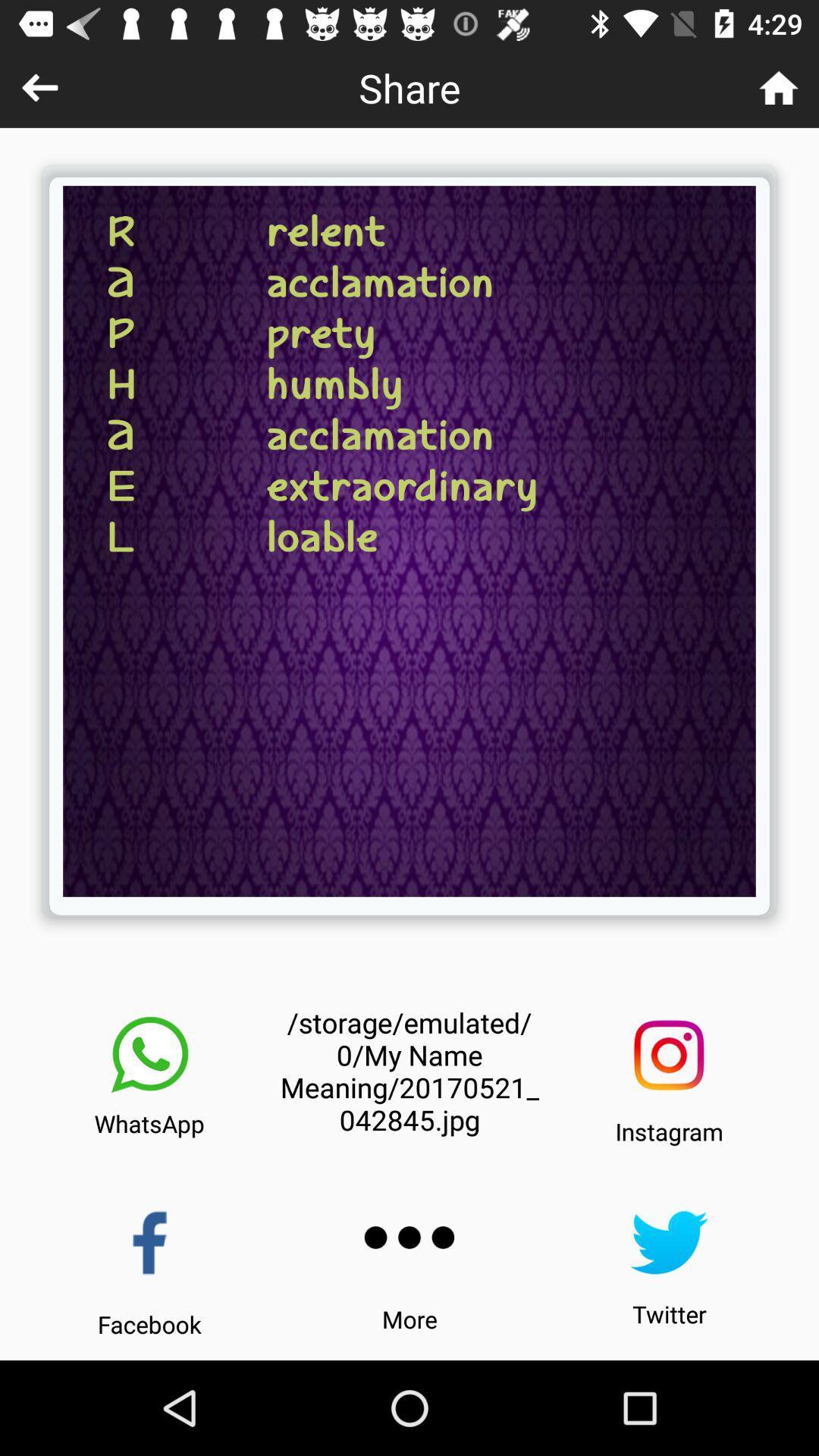 This screenshot has height=1456, width=819. What do you see at coordinates (668, 1242) in the screenshot?
I see `share article to twitter` at bounding box center [668, 1242].